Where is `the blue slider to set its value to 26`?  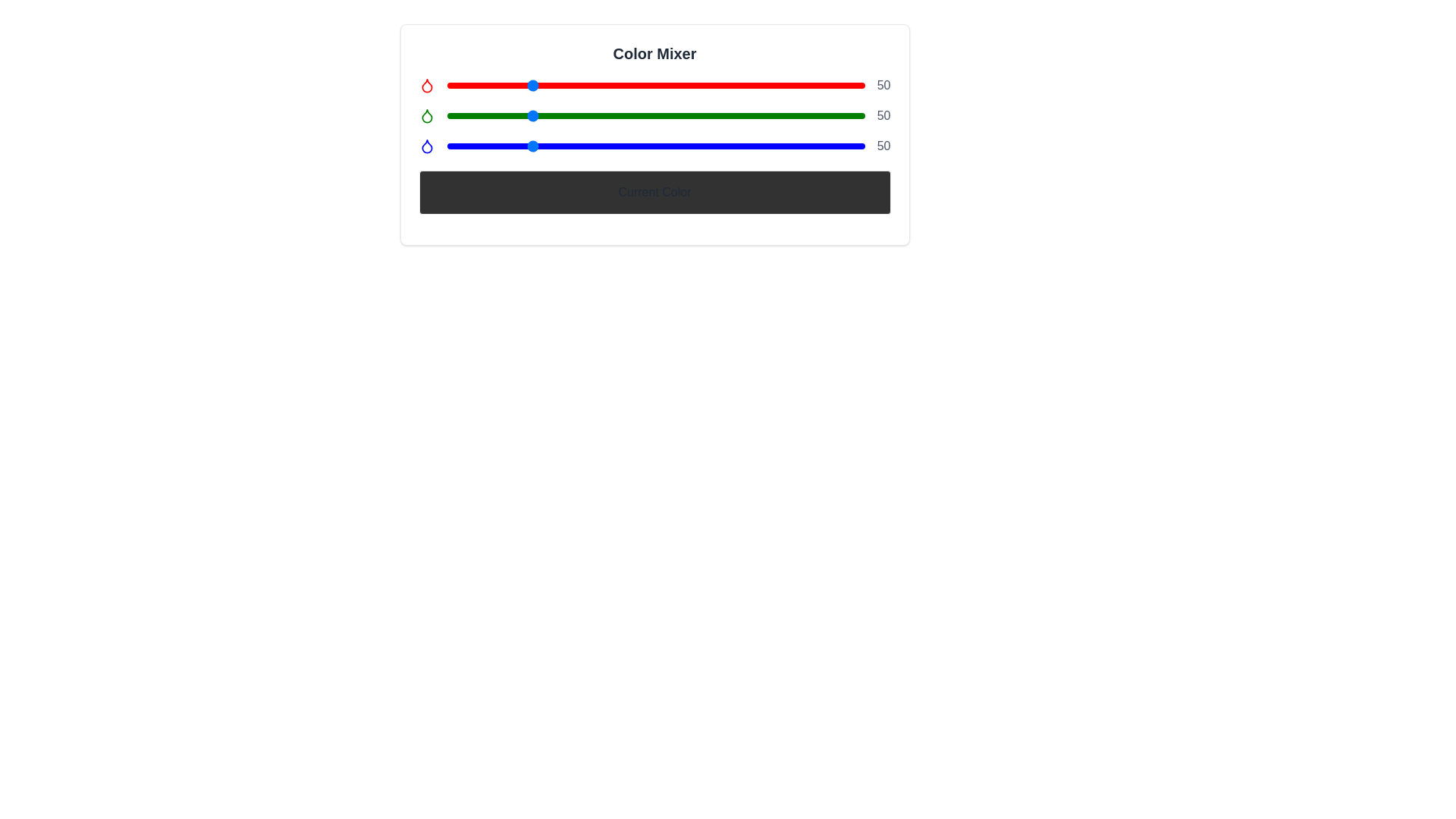 the blue slider to set its value to 26 is located at coordinates (489, 146).